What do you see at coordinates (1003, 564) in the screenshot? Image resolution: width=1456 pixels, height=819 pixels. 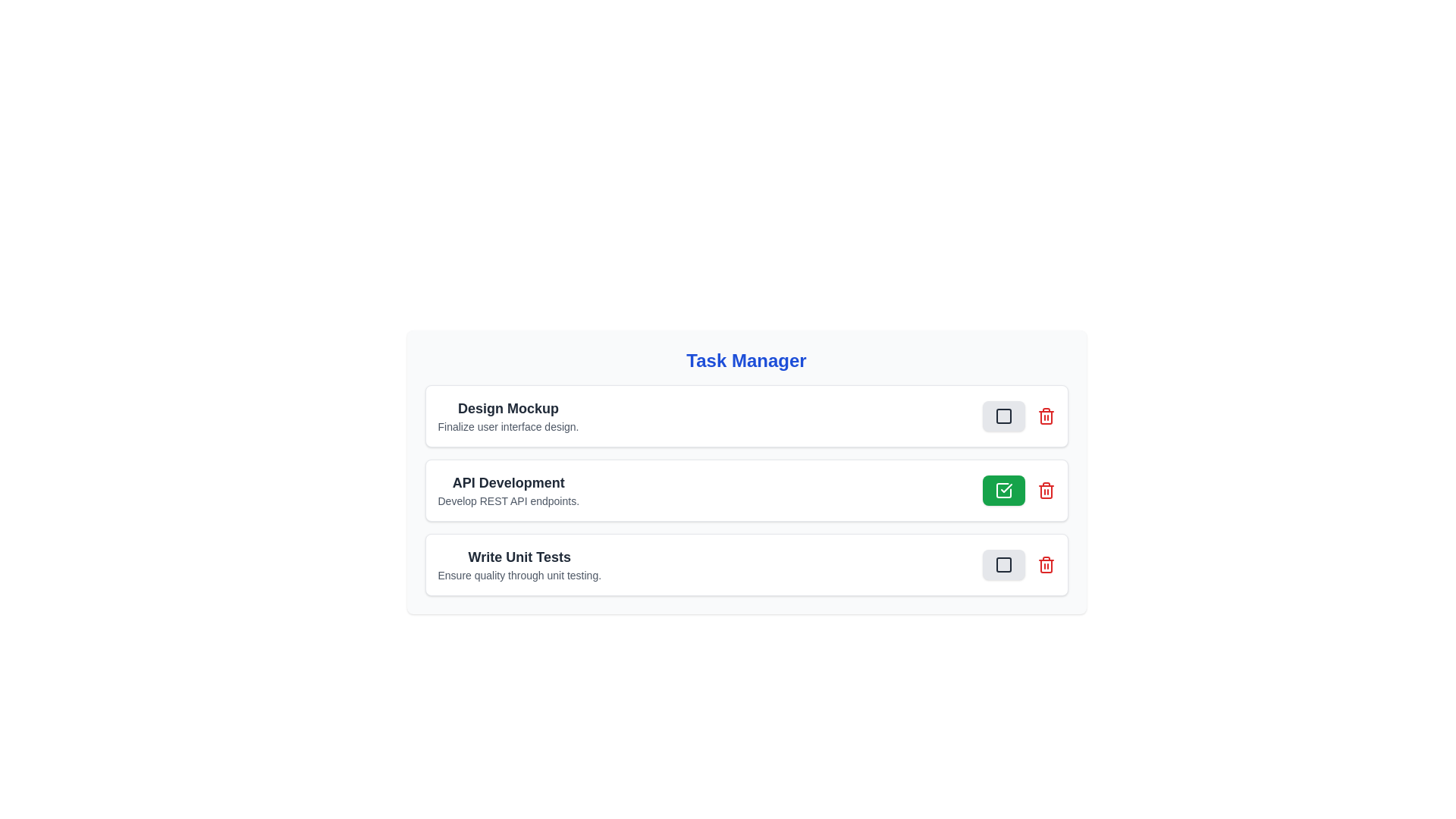 I see `the leftmost icon in the right section of the last task row, which serves as an indicator or task interaction element` at bounding box center [1003, 564].